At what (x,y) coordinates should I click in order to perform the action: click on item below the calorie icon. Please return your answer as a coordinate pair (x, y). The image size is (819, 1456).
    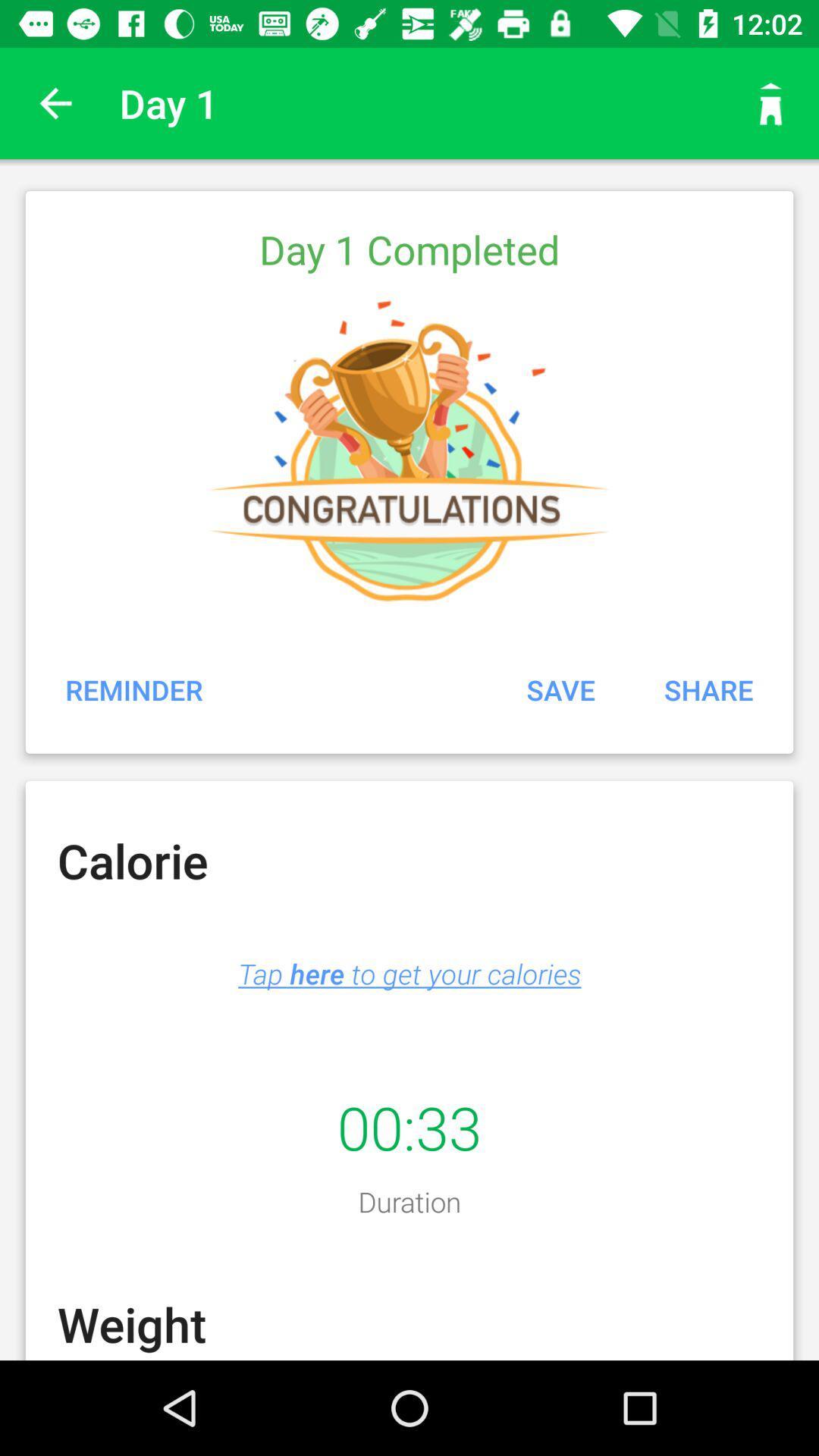
    Looking at the image, I should click on (409, 974).